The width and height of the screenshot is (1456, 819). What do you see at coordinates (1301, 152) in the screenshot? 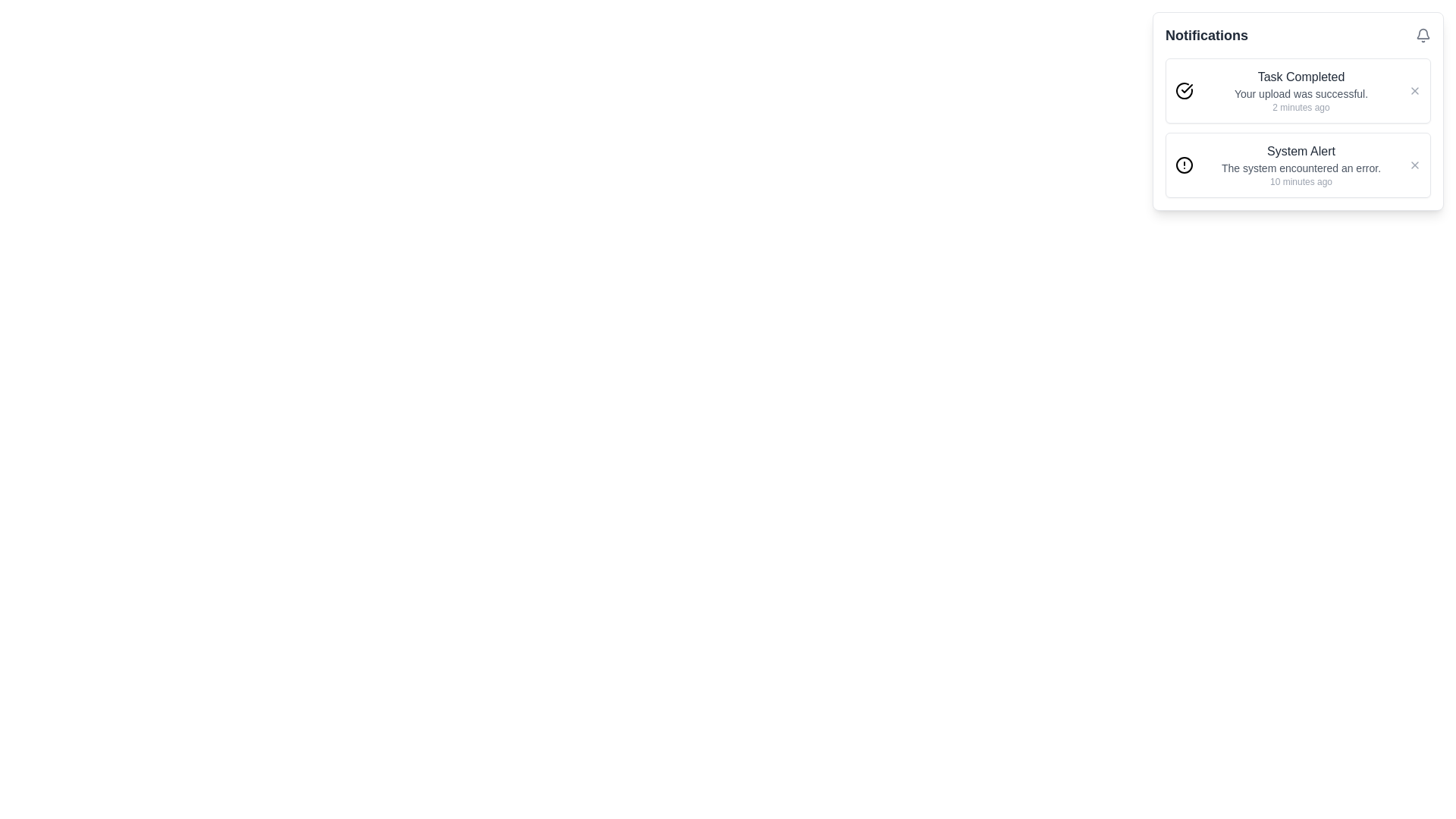
I see `the 'System Alert' text label in bold gray font located in the second notification card of the 'Notifications' dropdown` at bounding box center [1301, 152].